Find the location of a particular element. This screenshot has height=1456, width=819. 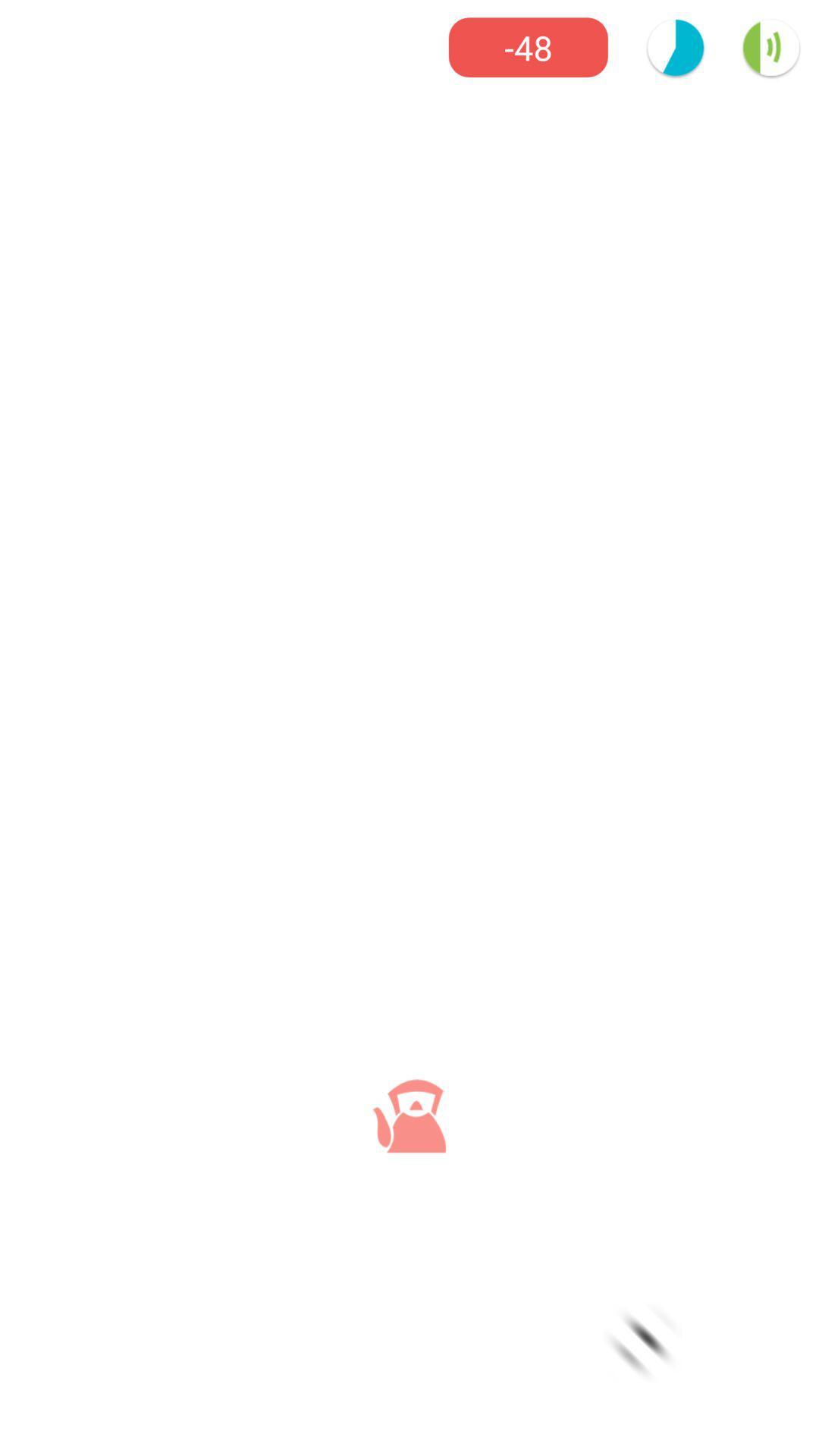

the navigation icon is located at coordinates (642, 1342).